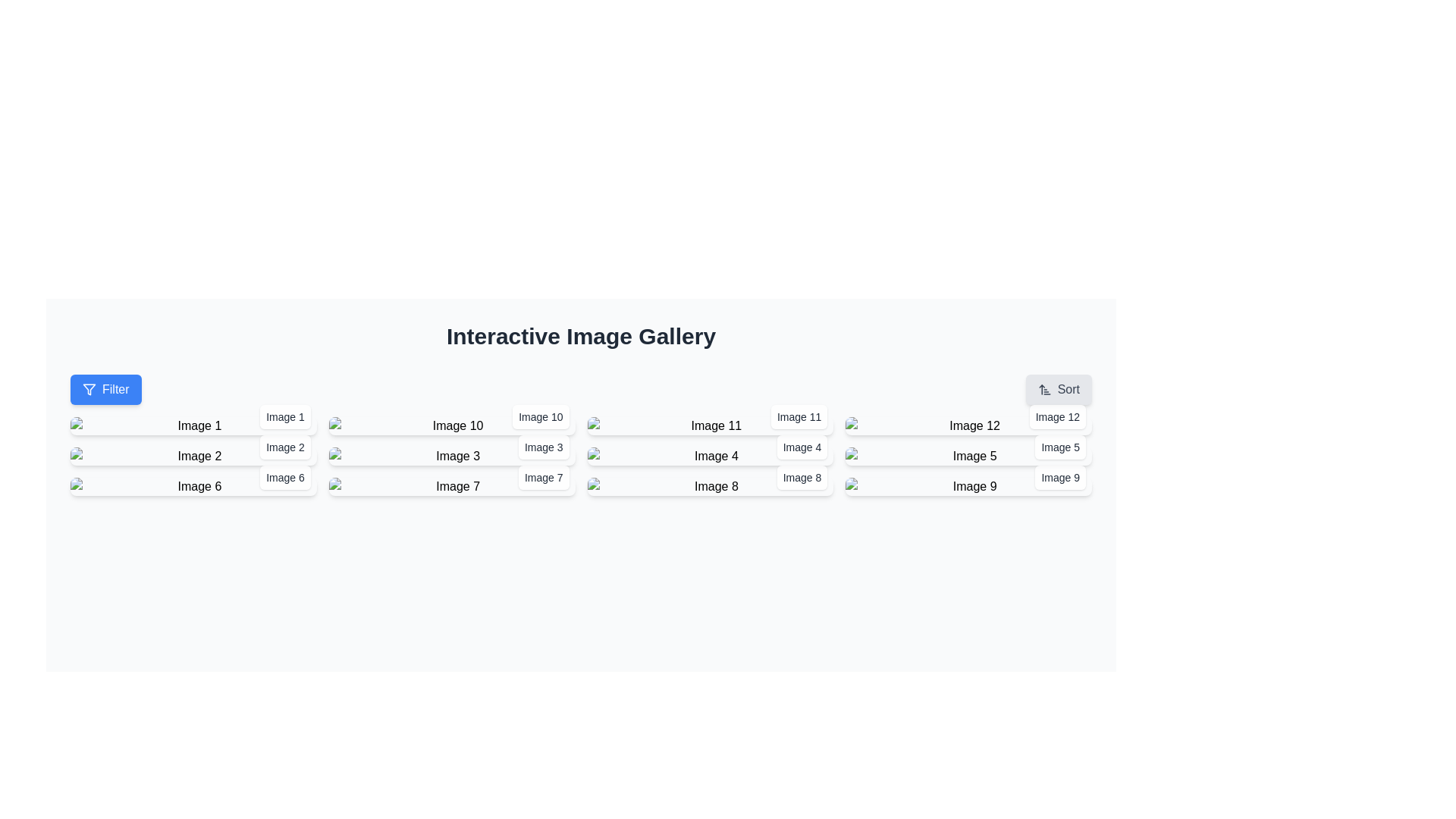 The height and width of the screenshot is (819, 1456). Describe the element at coordinates (1068, 388) in the screenshot. I see `the 'Sort' button, which is styled with rounded corners and has a light gray background, located near the top-right of the navigation bar alongside a sorting icon` at that location.